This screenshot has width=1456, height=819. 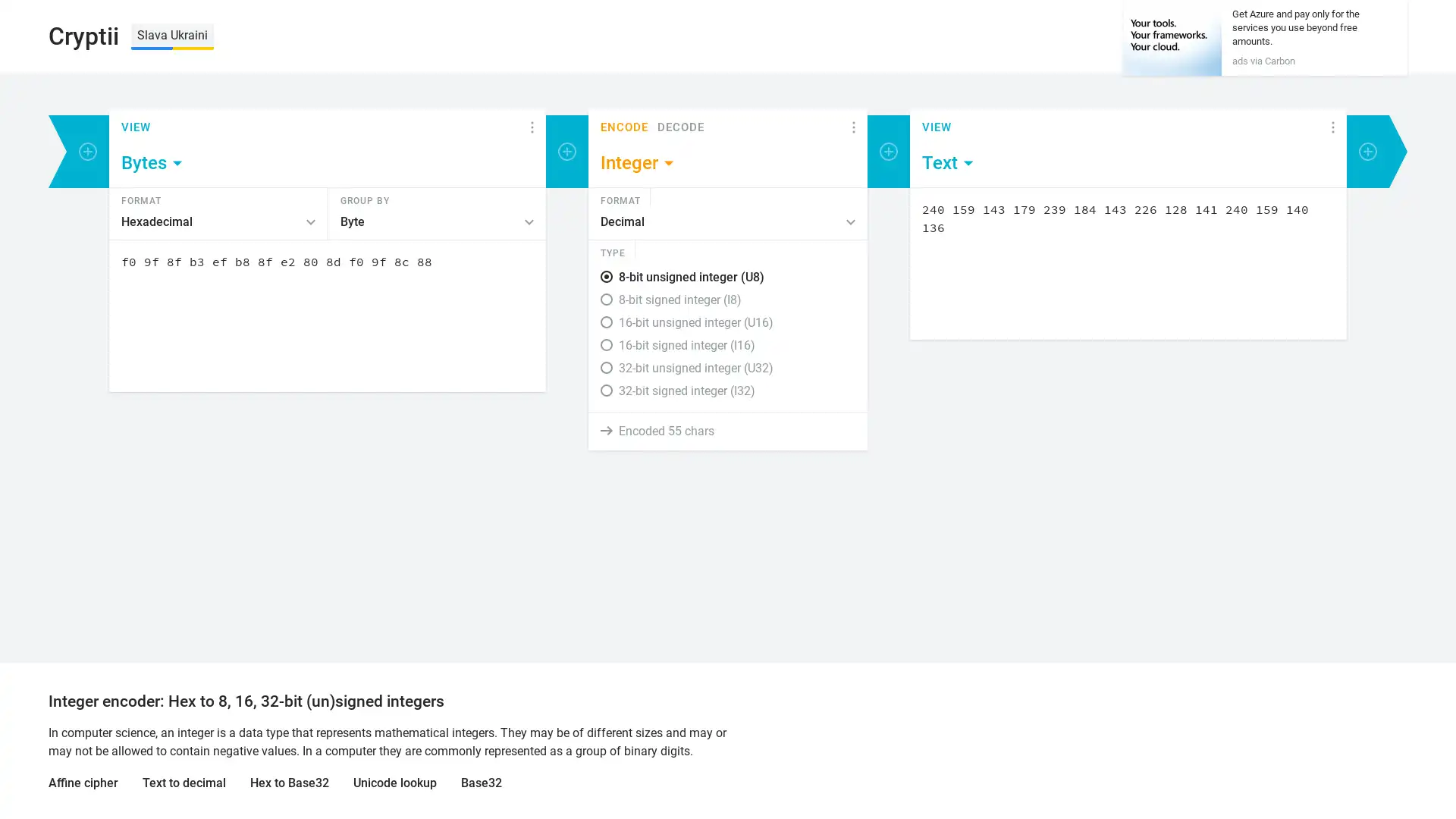 What do you see at coordinates (86, 152) in the screenshot?
I see `Add encoder or viewer` at bounding box center [86, 152].